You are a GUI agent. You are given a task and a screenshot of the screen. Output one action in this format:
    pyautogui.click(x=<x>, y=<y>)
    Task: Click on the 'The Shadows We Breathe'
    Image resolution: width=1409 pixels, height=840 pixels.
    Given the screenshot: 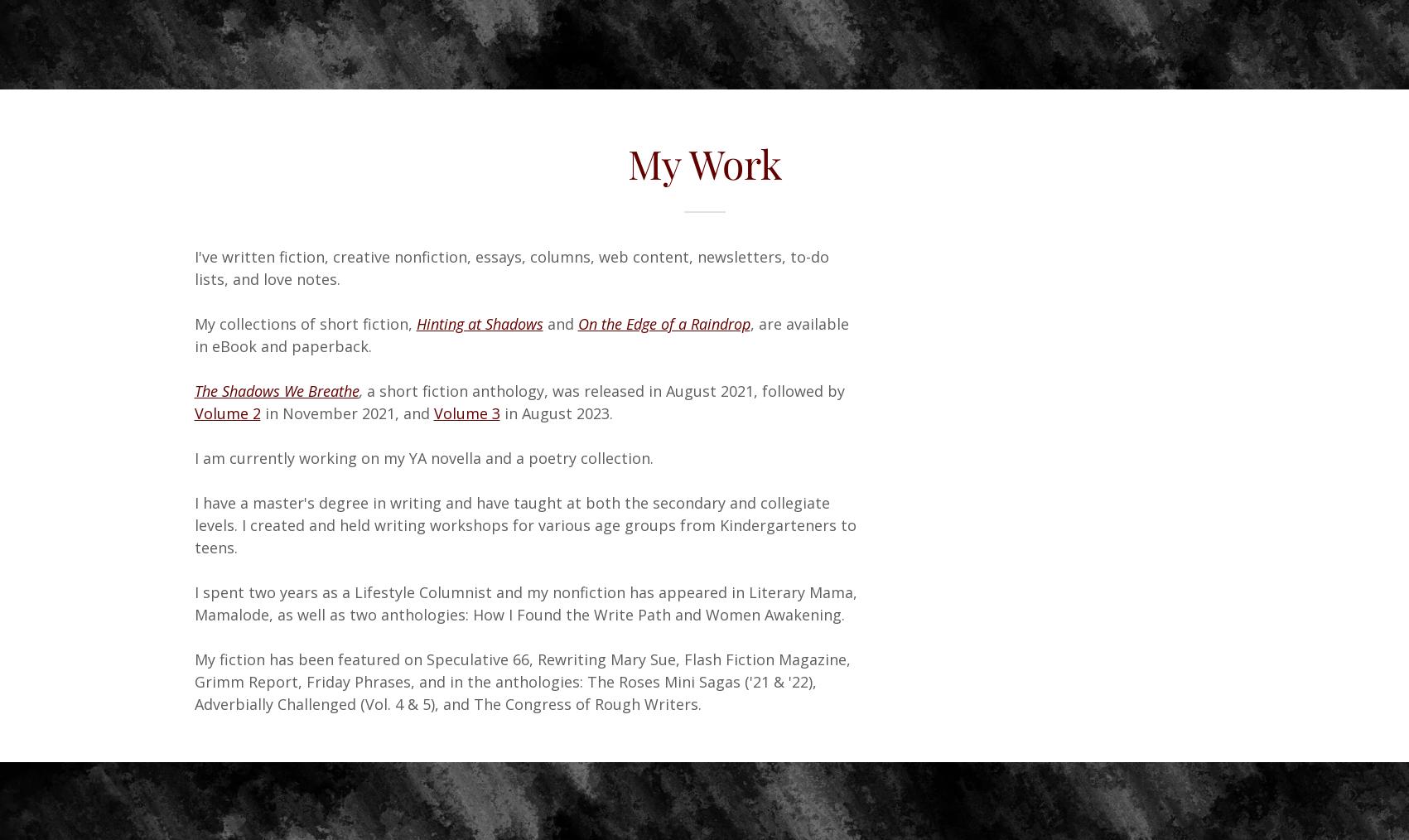 What is the action you would take?
    pyautogui.click(x=276, y=390)
    